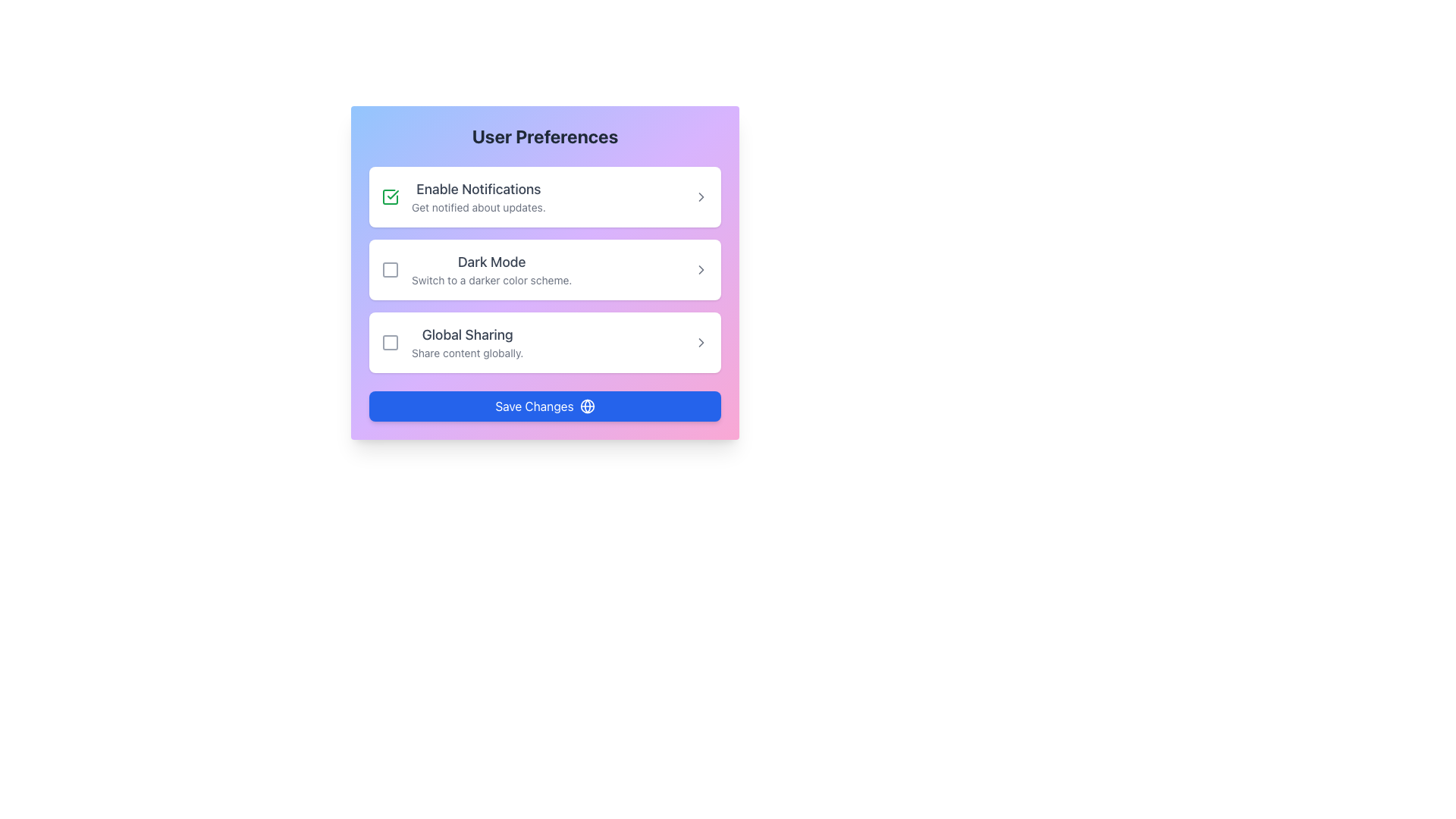 This screenshot has height=819, width=1456. I want to click on the icon located, so click(701, 196).